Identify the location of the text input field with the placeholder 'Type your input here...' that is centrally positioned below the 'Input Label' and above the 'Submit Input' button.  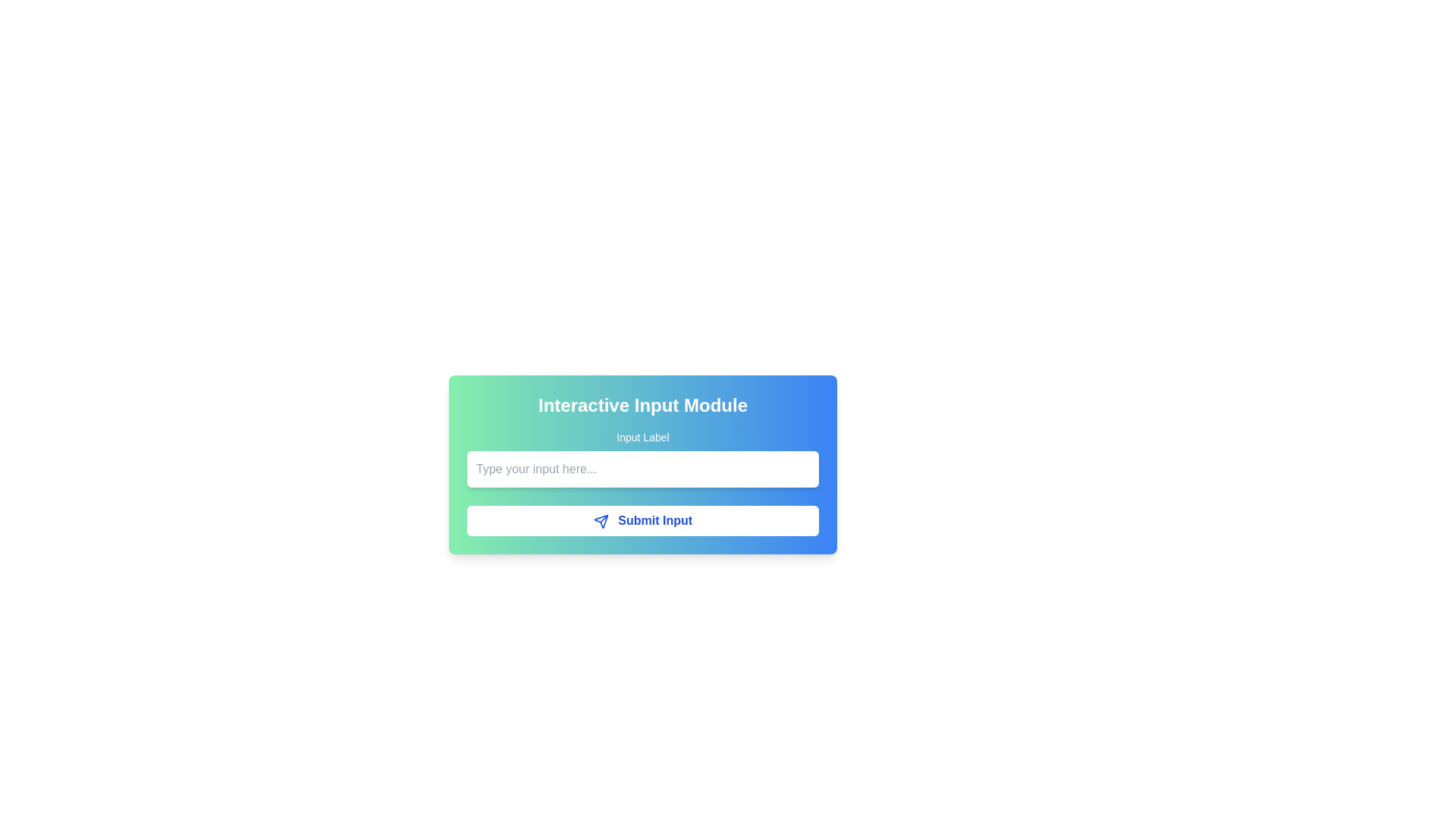
(643, 468).